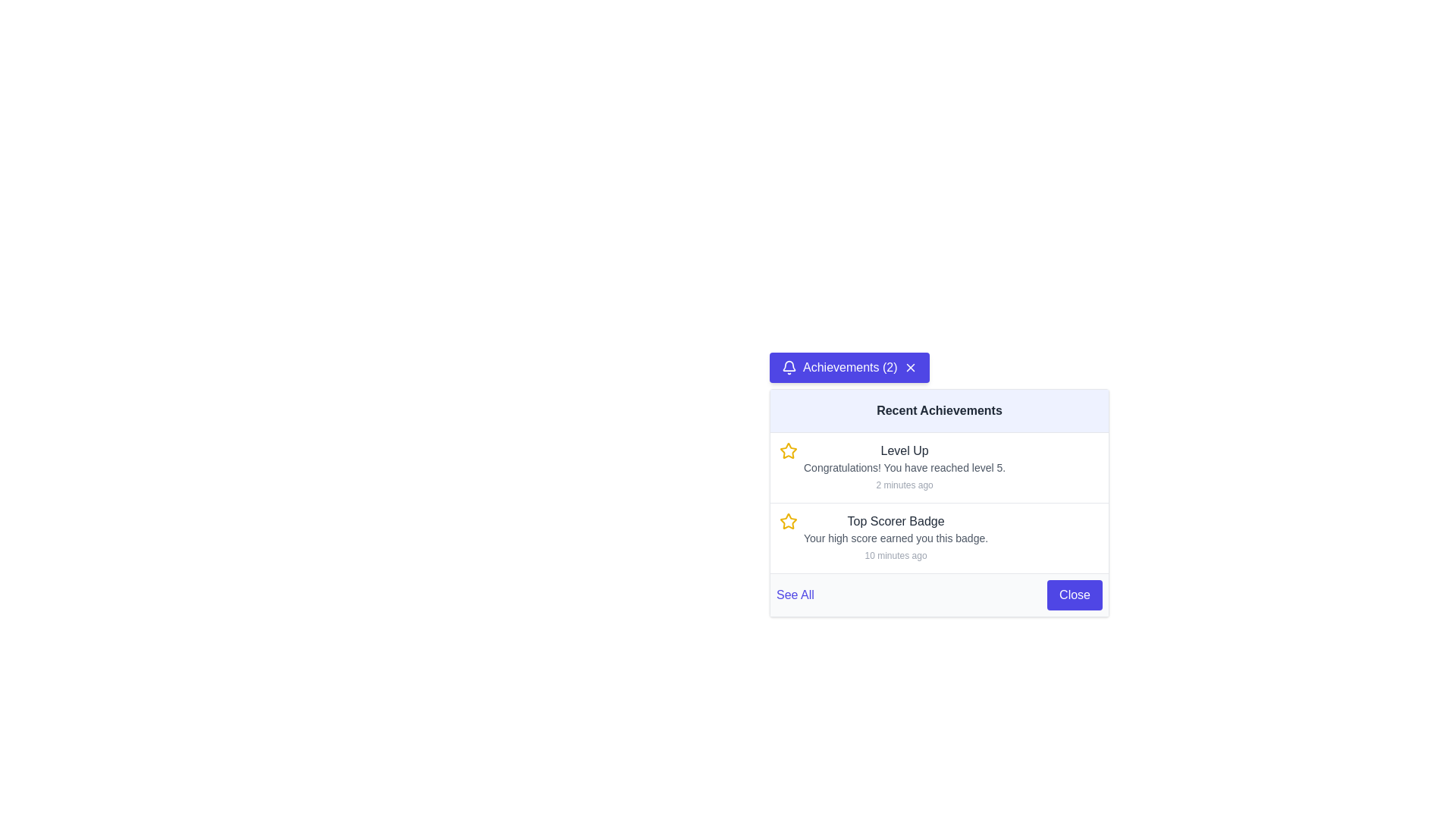 The height and width of the screenshot is (819, 1456). What do you see at coordinates (789, 450) in the screenshot?
I see `the achievement icon located in the 'Recent Achievements' section, next to the 'Level Up' text, which visually represents the user's milestone` at bounding box center [789, 450].